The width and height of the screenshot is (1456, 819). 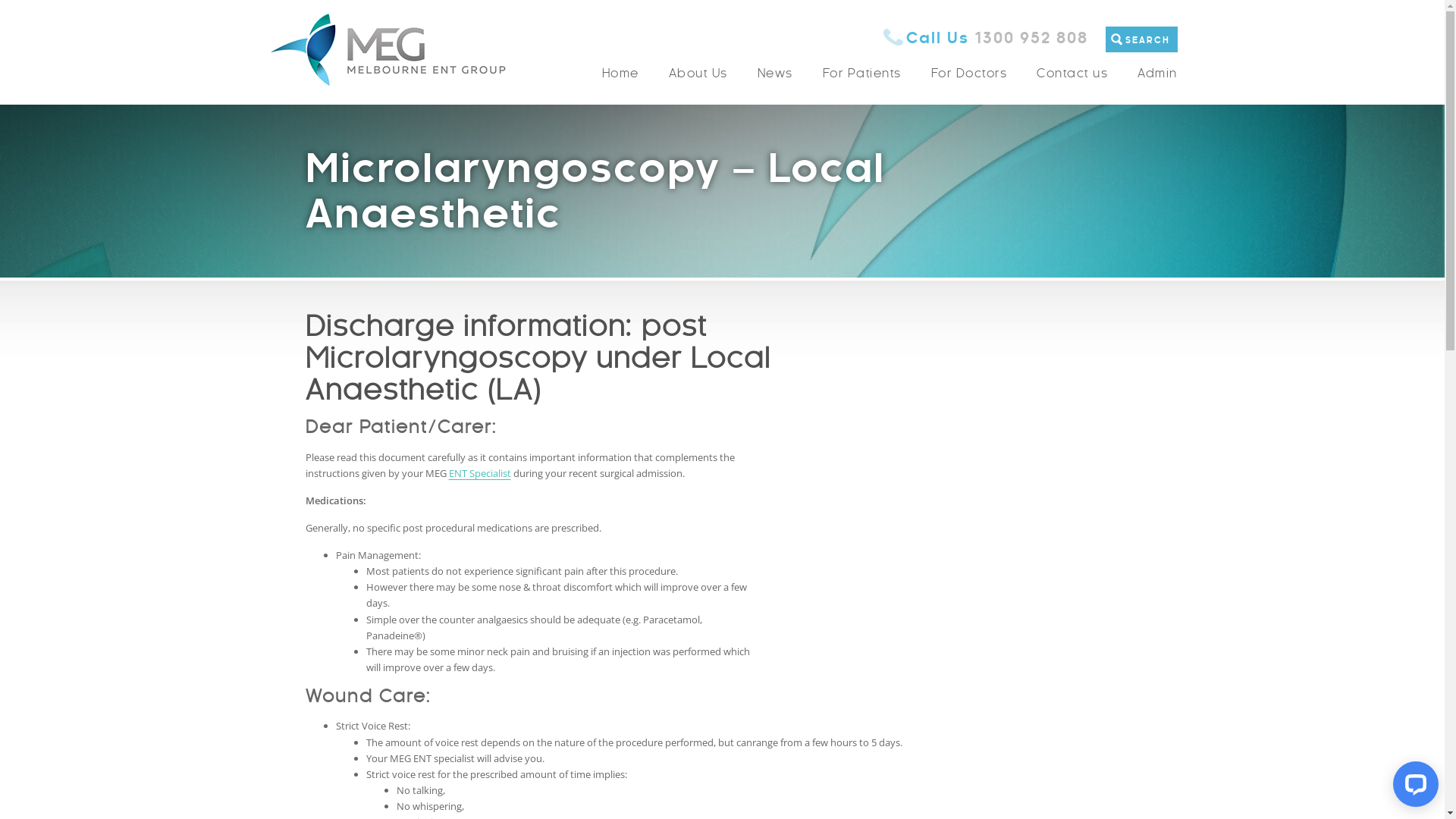 What do you see at coordinates (968, 74) in the screenshot?
I see `'For Doctors'` at bounding box center [968, 74].